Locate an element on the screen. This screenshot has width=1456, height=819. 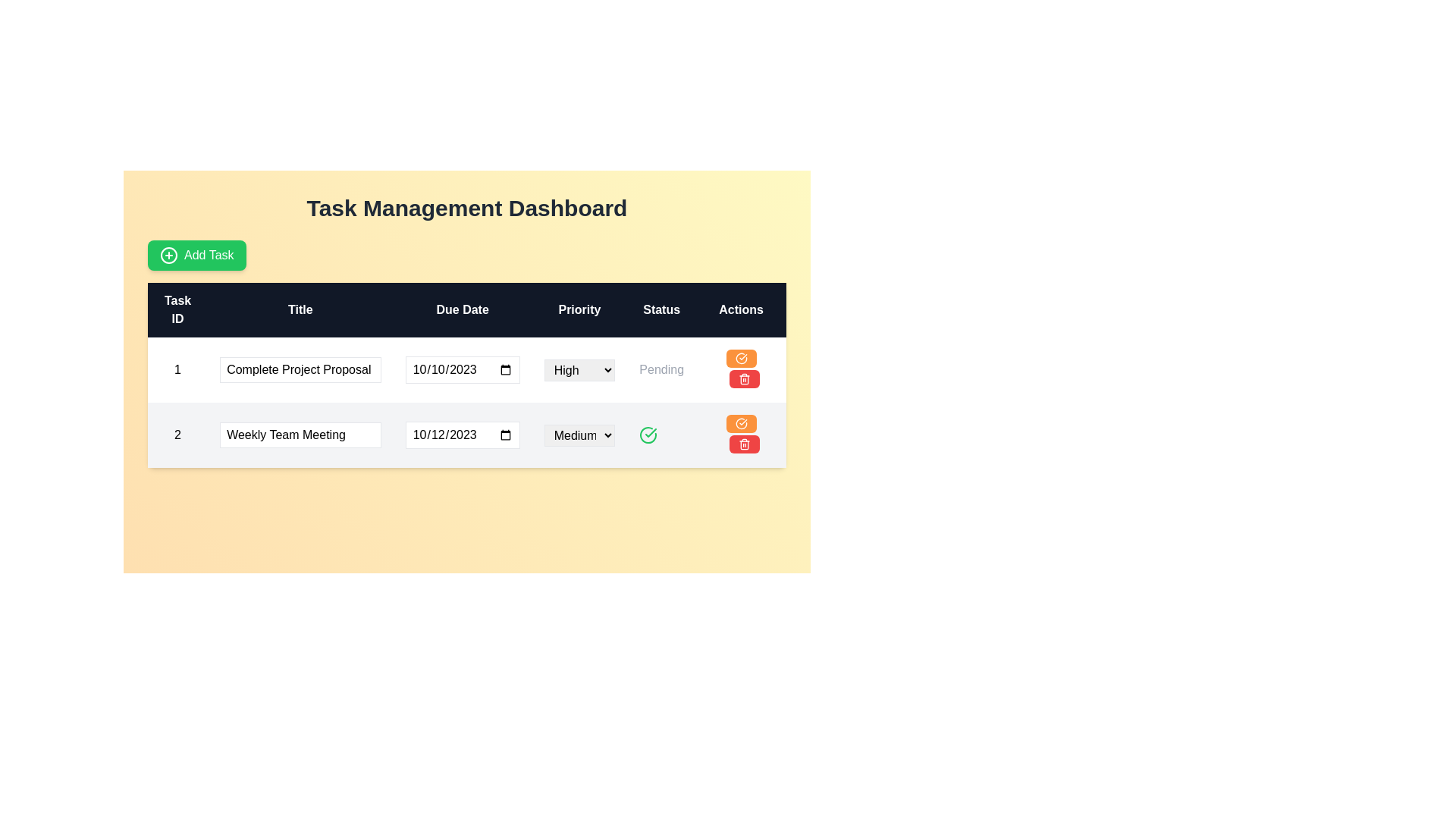
the red rectangular button with rounded corners that contains a white trash can icon is located at coordinates (744, 444).